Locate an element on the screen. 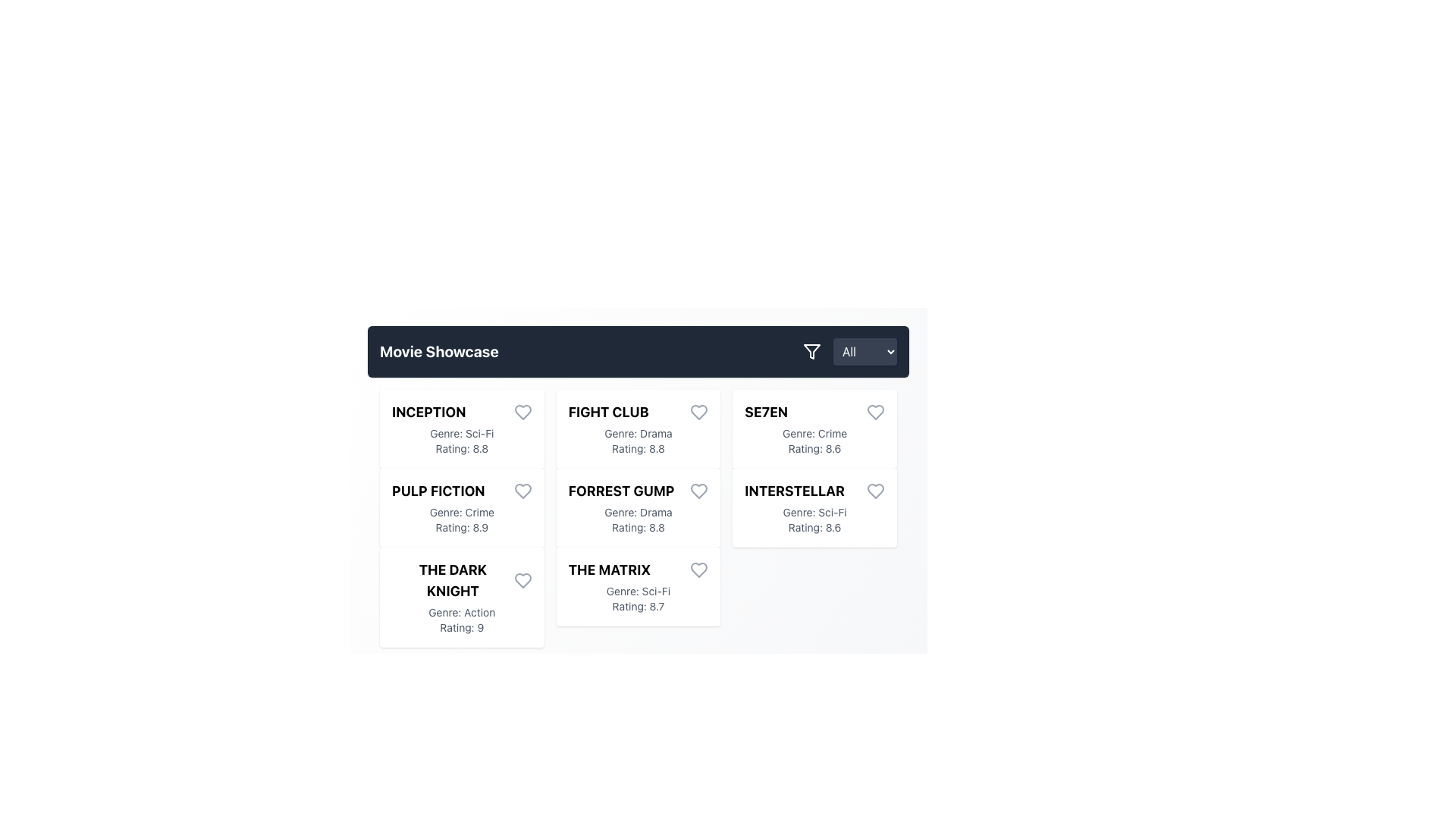  the static text display that provides additional information about 'The Matrix', including its genre ('Sci-Fi') and its rating ('8.7'). This element is located in the third column of the second row of the layout grid, below the main title text and to the left of an icon element is located at coordinates (638, 598).